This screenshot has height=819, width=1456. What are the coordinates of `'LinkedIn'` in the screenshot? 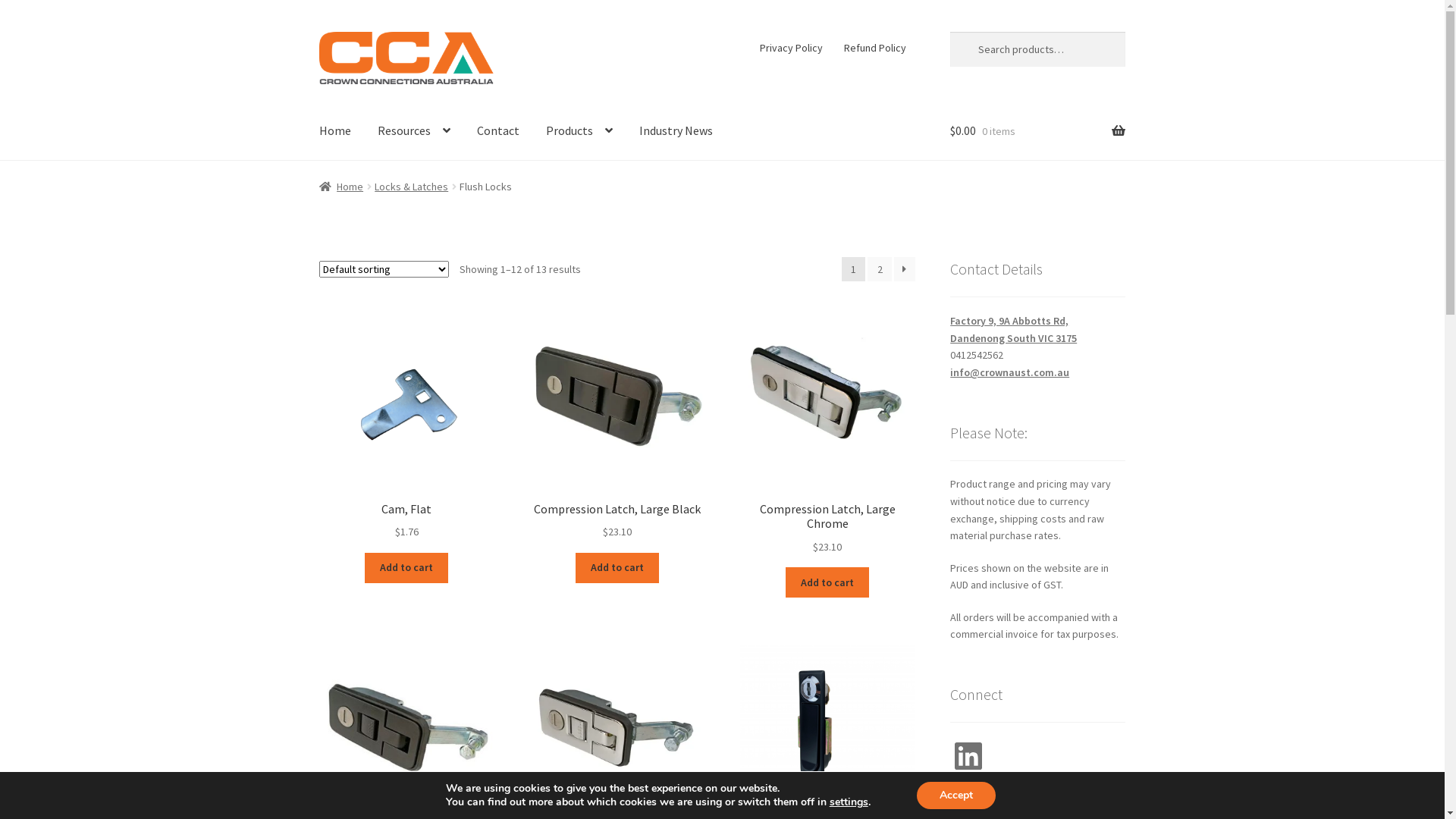 It's located at (949, 755).